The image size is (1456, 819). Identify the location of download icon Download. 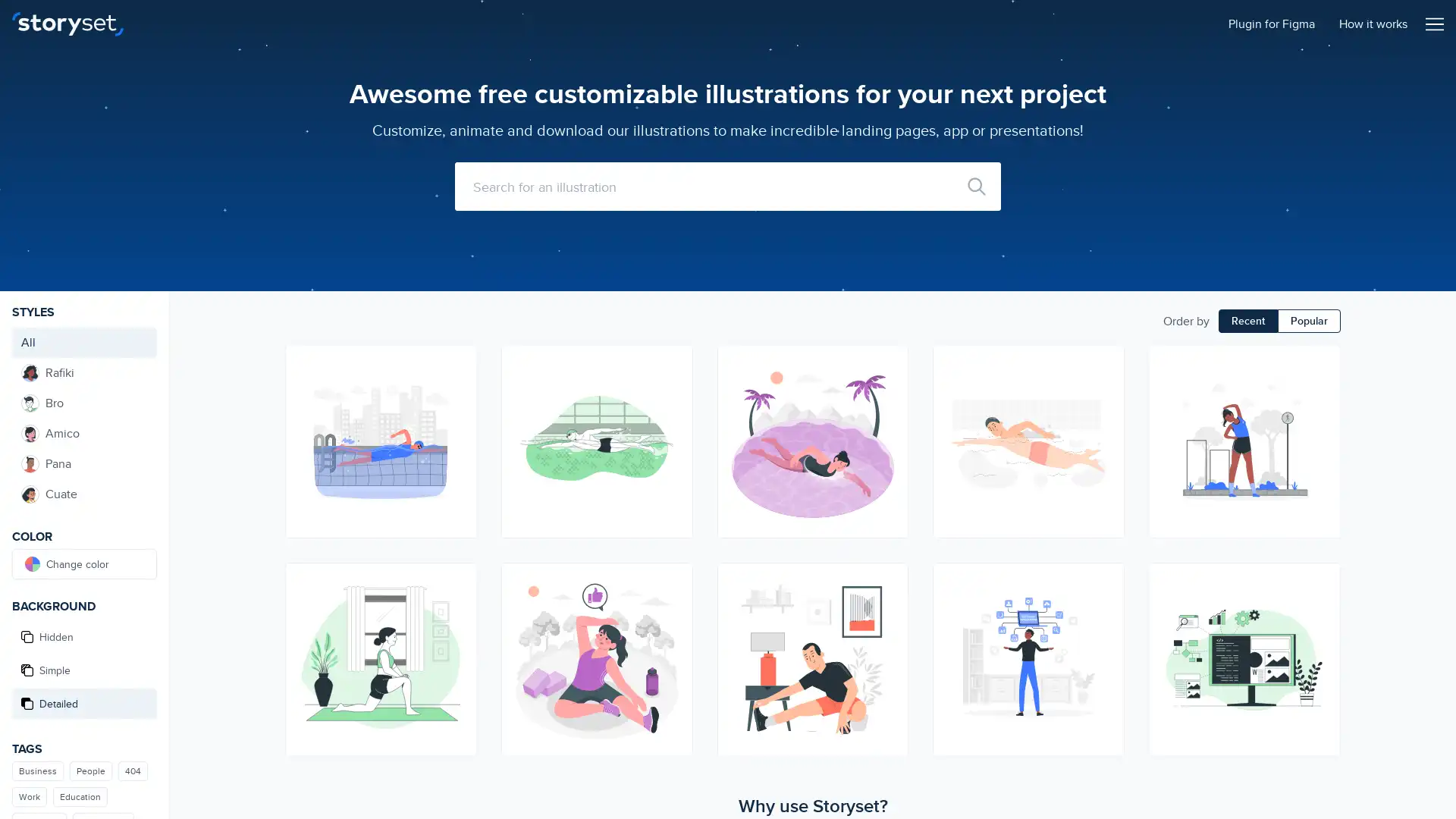
(1106, 607).